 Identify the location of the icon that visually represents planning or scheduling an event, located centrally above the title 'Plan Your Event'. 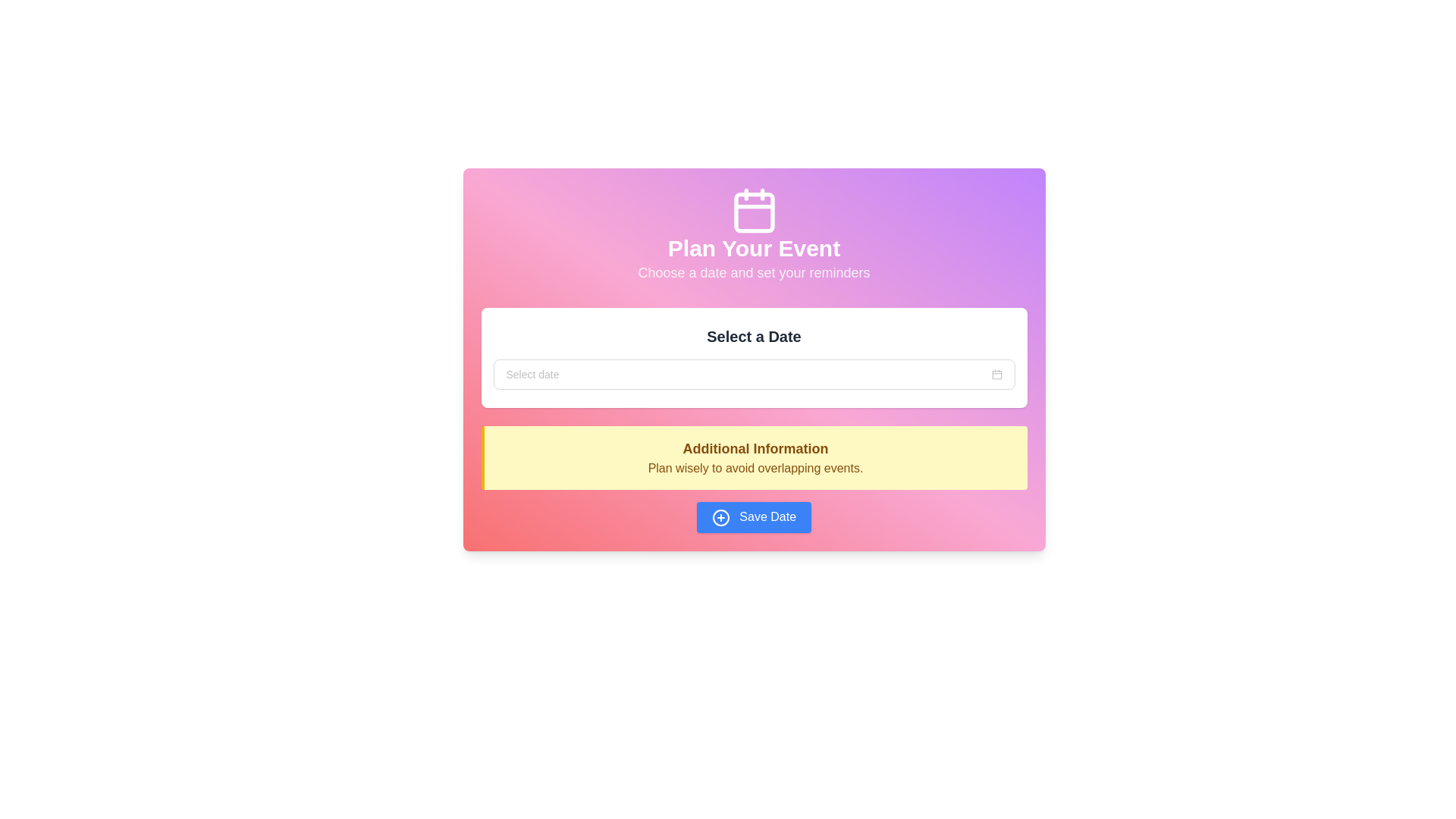
(754, 210).